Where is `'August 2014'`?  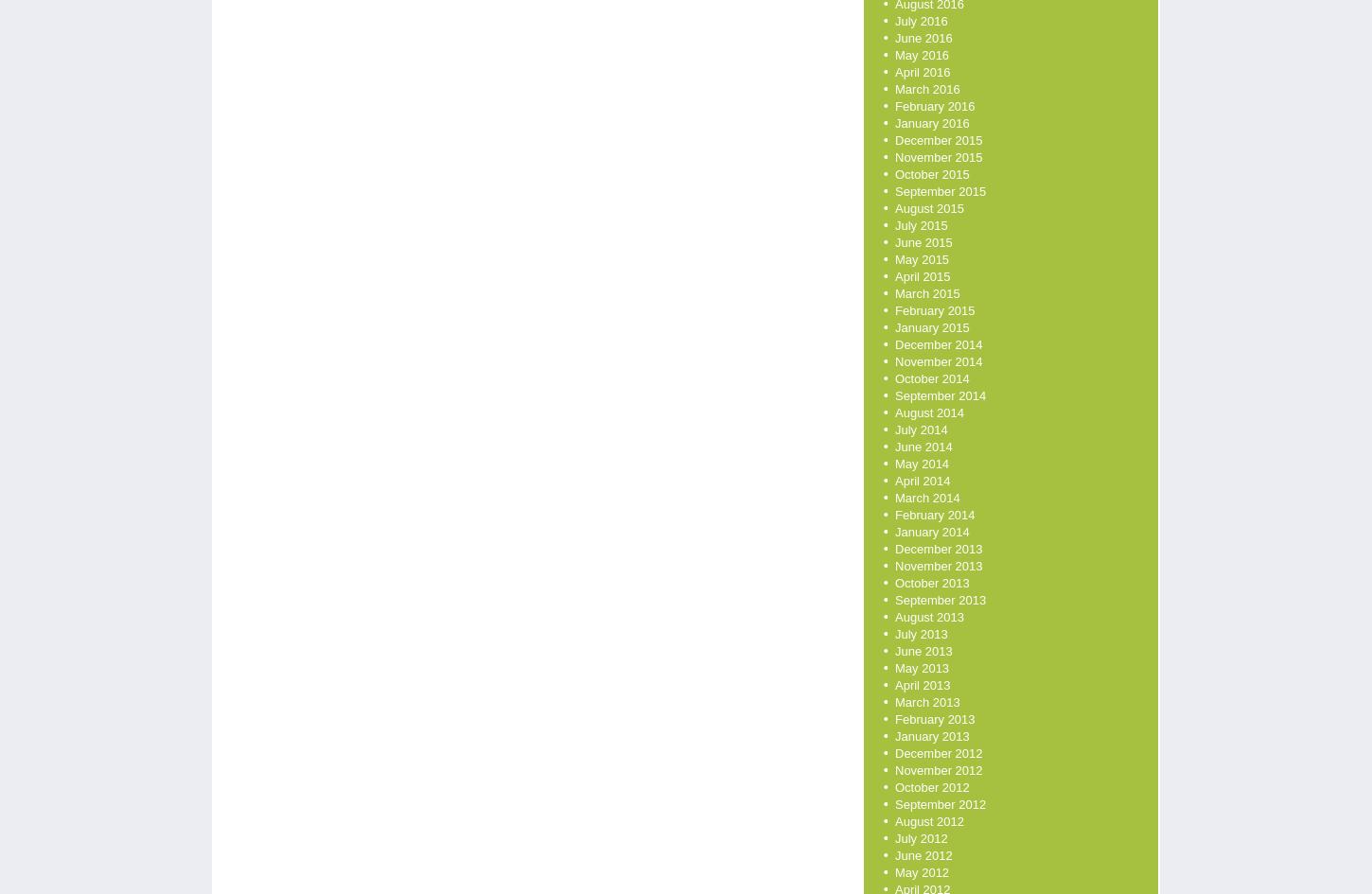
'August 2014' is located at coordinates (929, 412).